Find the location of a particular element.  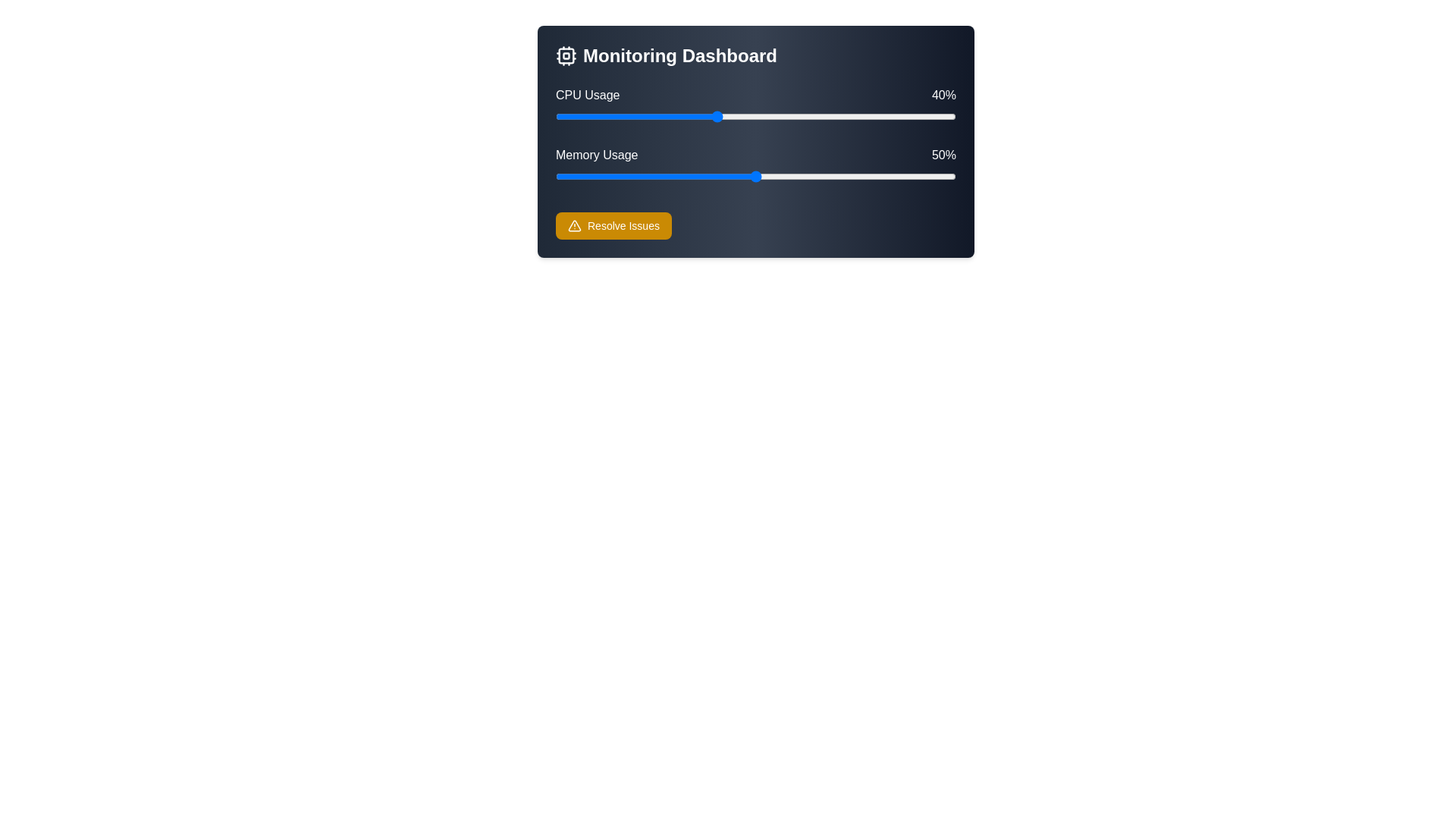

the Text label that displays the CPU usage percentage, located to the right of the 'CPU Usage' label in the 'Monitoring Dashboard' section is located at coordinates (943, 96).